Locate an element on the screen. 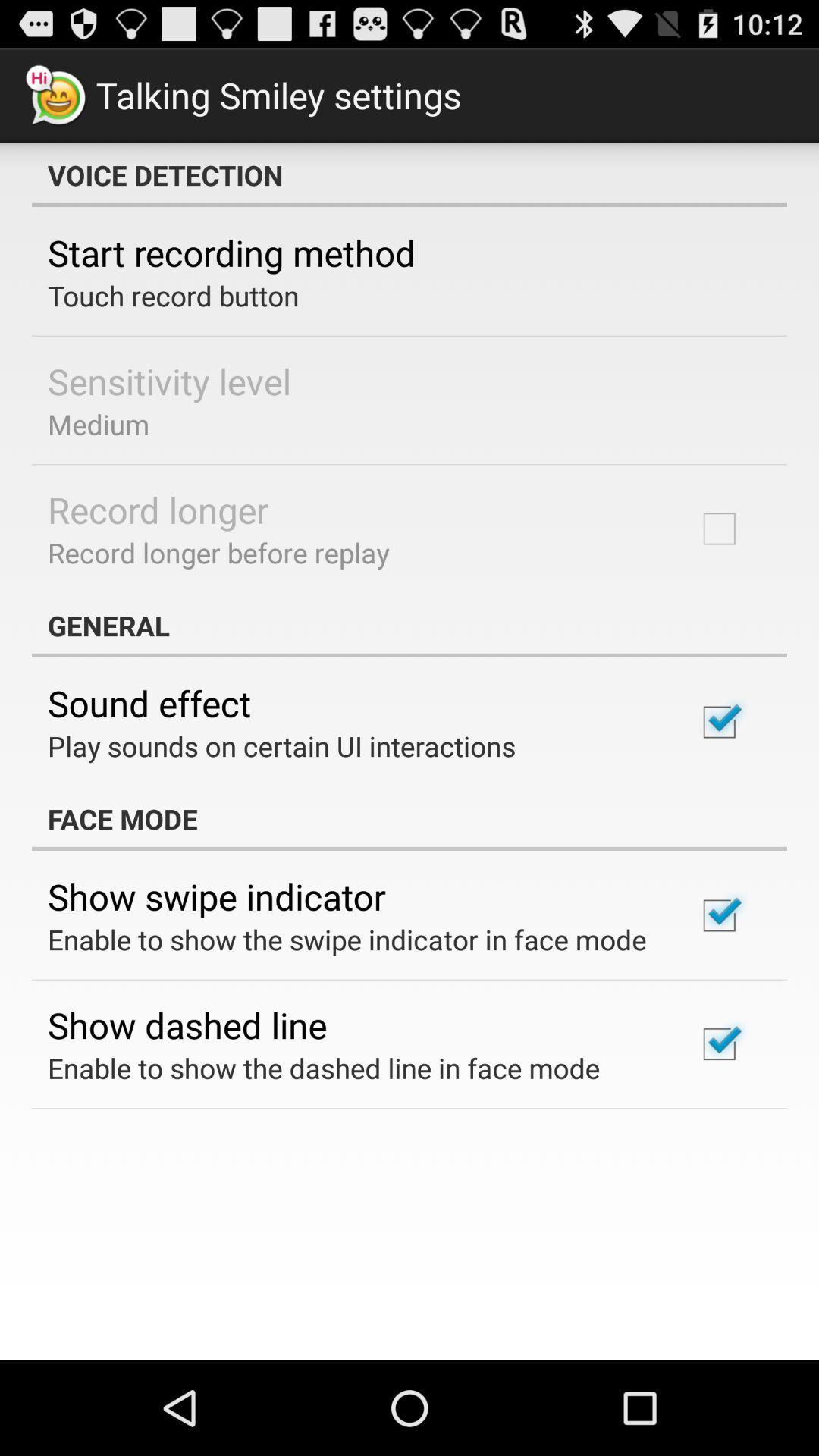 Image resolution: width=819 pixels, height=1456 pixels. medium app is located at coordinates (99, 424).